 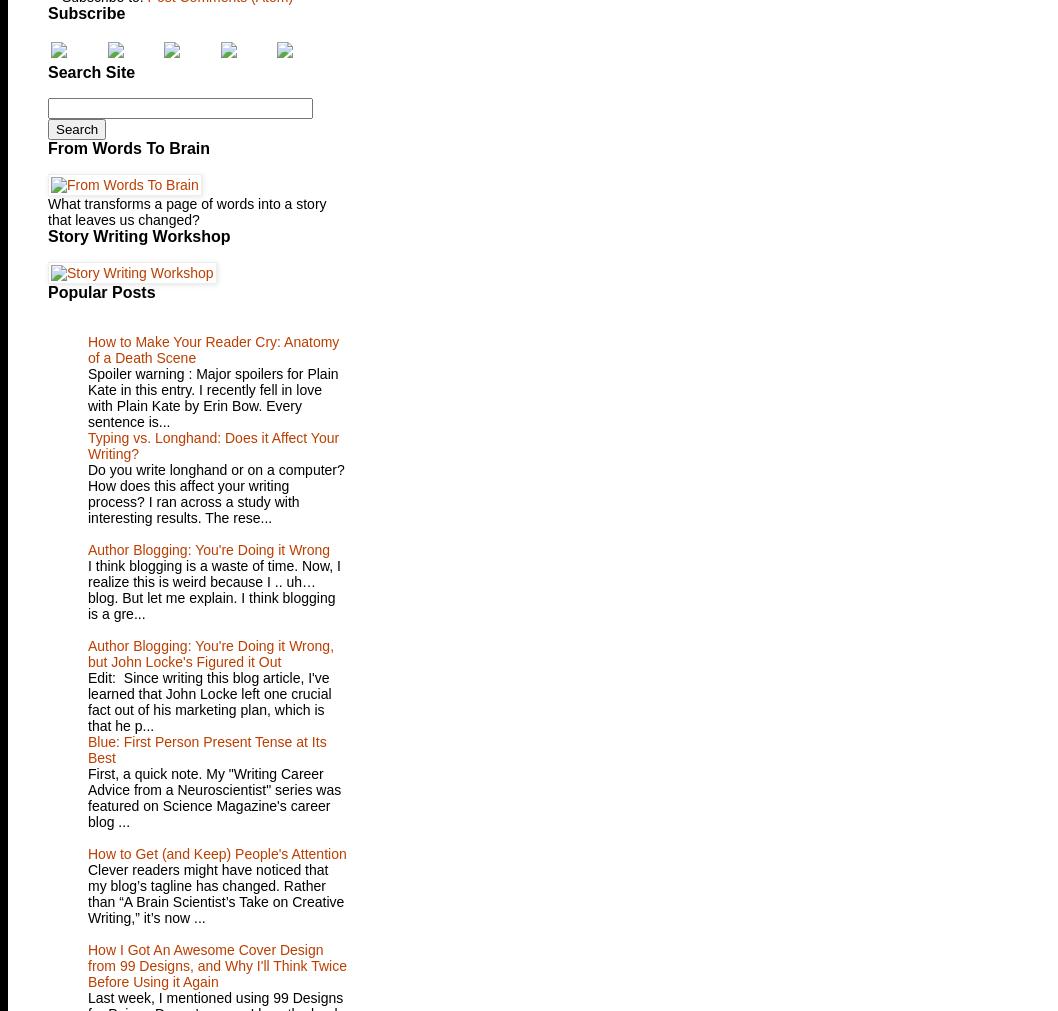 What do you see at coordinates (86, 12) in the screenshot?
I see `'Subscribe'` at bounding box center [86, 12].